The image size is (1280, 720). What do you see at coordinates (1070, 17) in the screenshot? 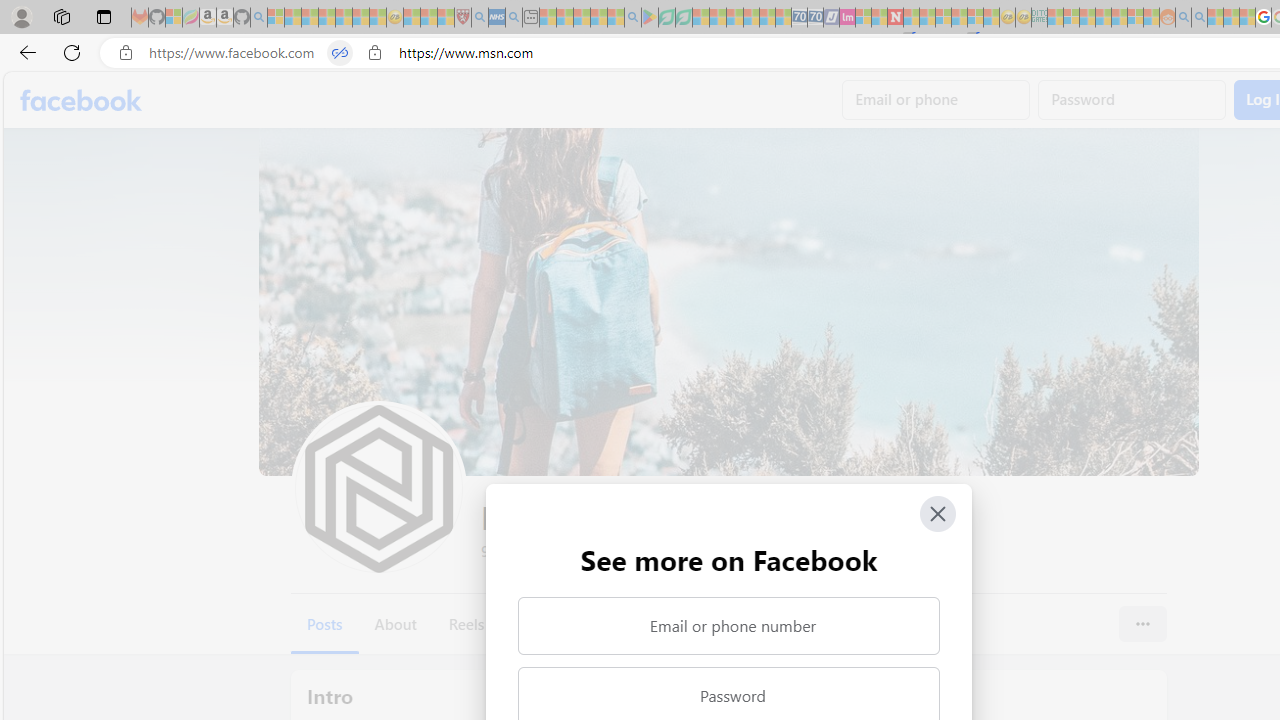
I see `'Microsoft account | Privacy - Sleeping'` at bounding box center [1070, 17].